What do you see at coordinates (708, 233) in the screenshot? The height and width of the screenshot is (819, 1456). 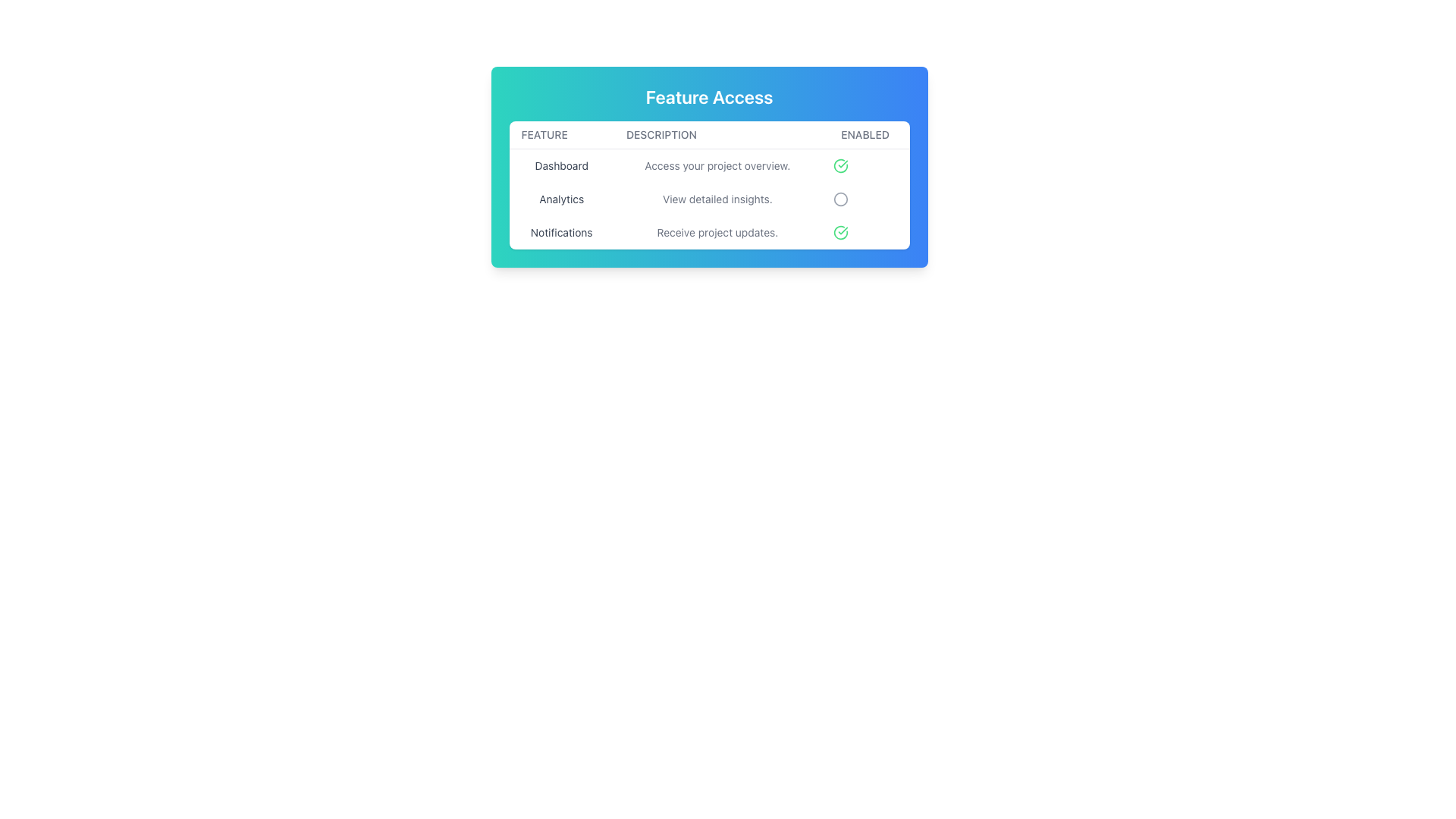 I see `the 'Notifications' access status row, which is the third row in the feature access table, located below the 'Analytics' row` at bounding box center [708, 233].